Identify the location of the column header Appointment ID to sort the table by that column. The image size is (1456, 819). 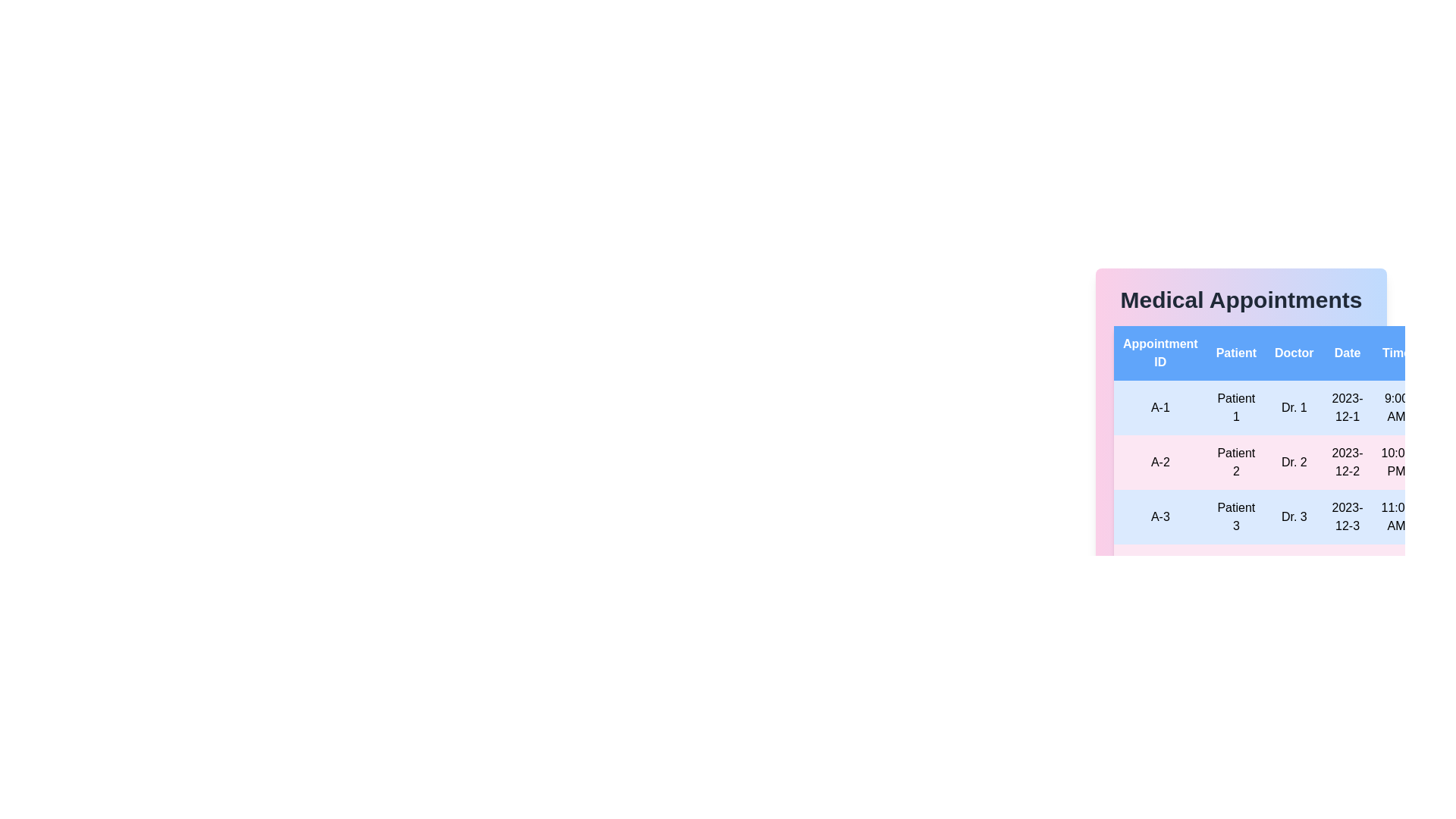
(1159, 353).